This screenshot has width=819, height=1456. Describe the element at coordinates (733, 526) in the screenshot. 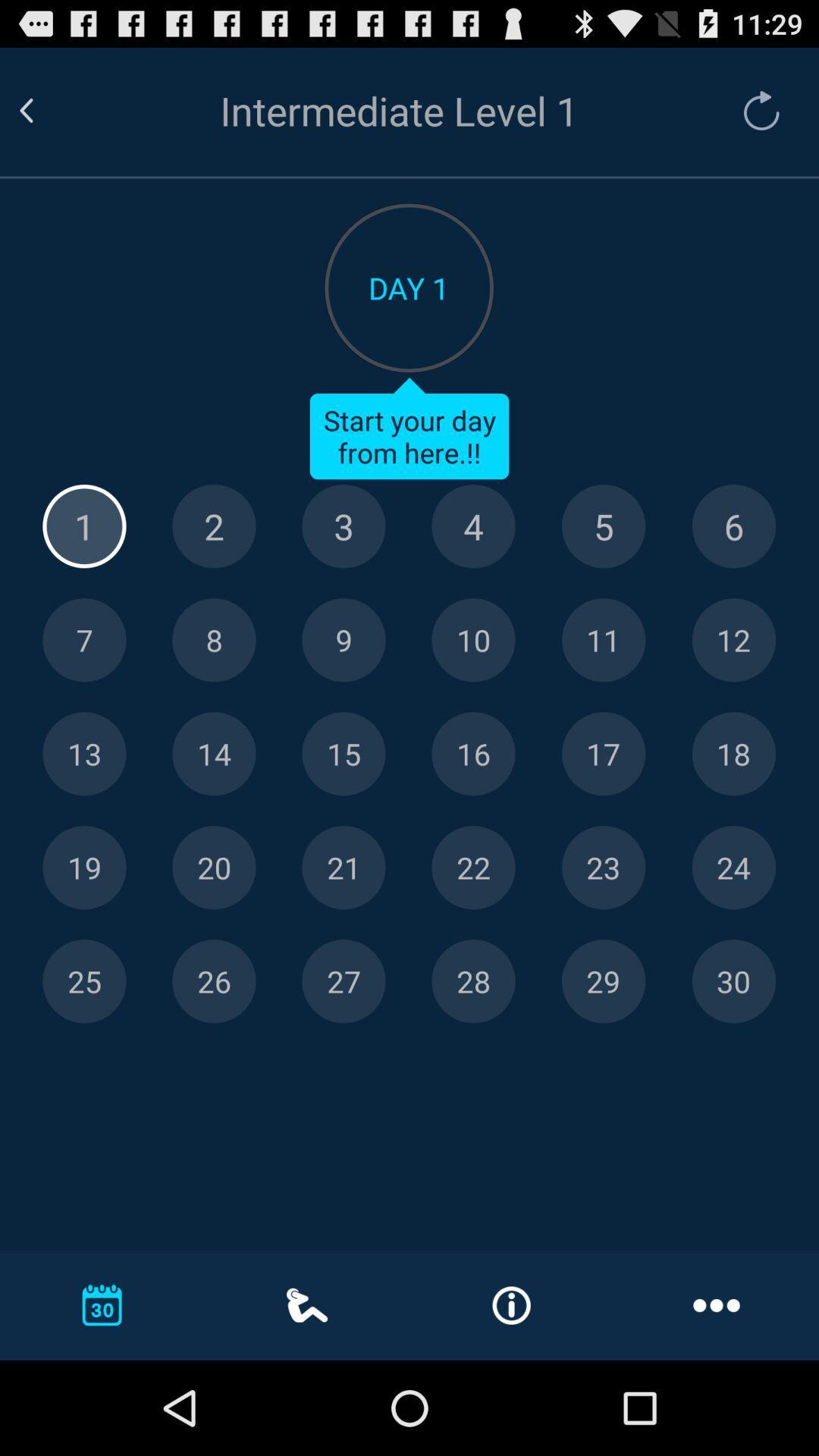

I see `6` at that location.